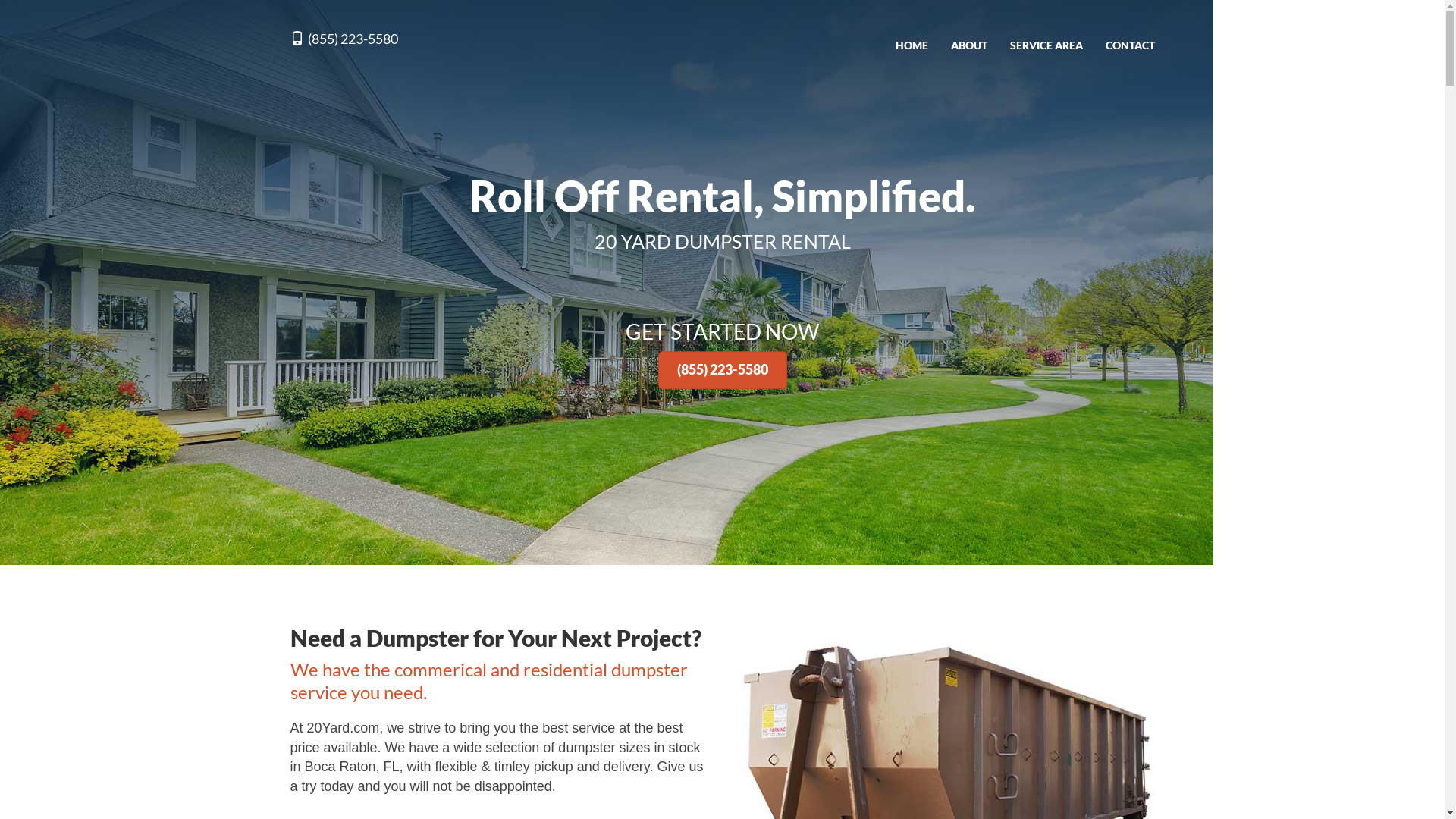  Describe the element at coordinates (1129, 45) in the screenshot. I see `'CONTACT'` at that location.